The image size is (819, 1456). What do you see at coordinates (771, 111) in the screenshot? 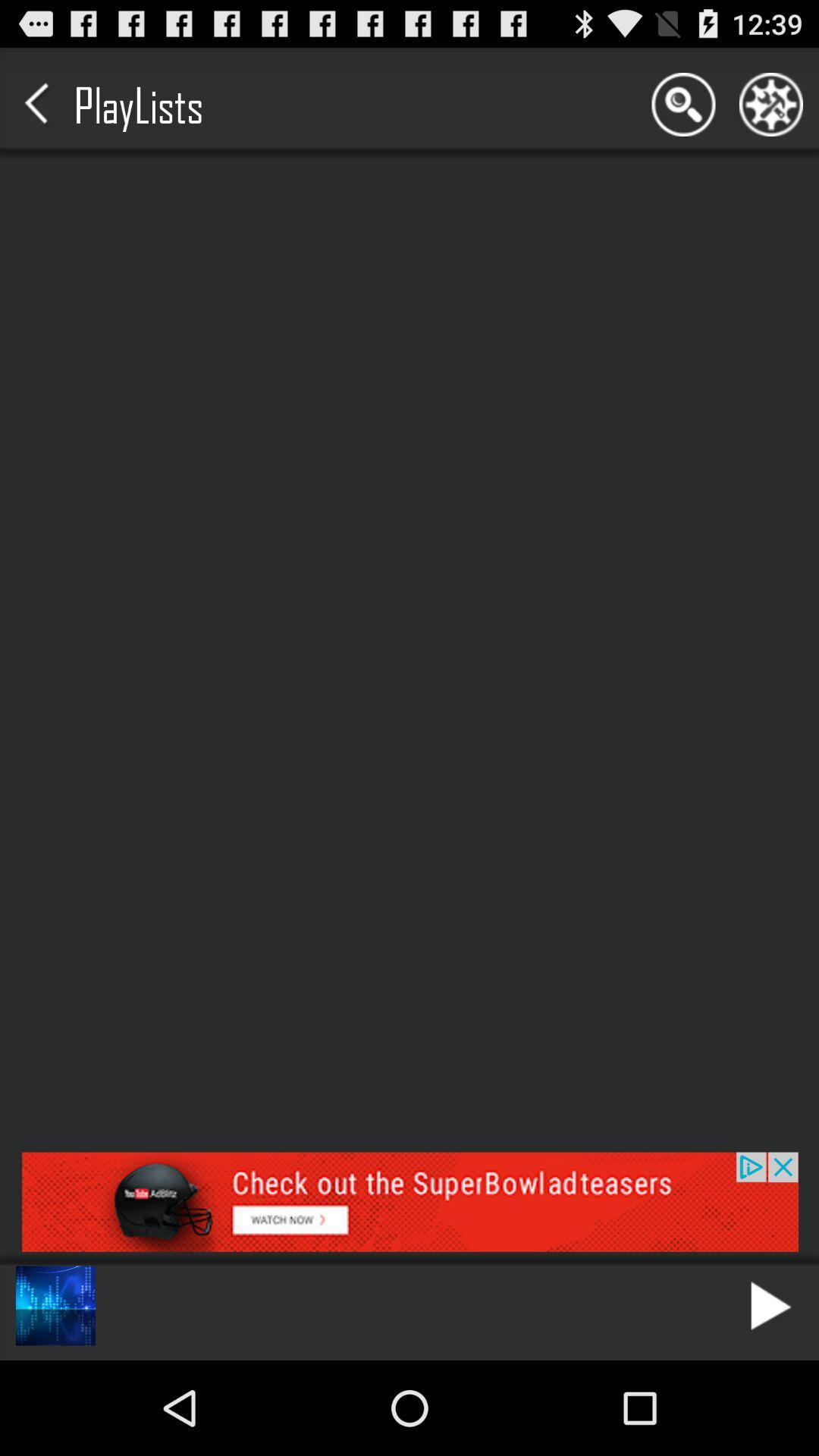
I see `the build icon` at bounding box center [771, 111].